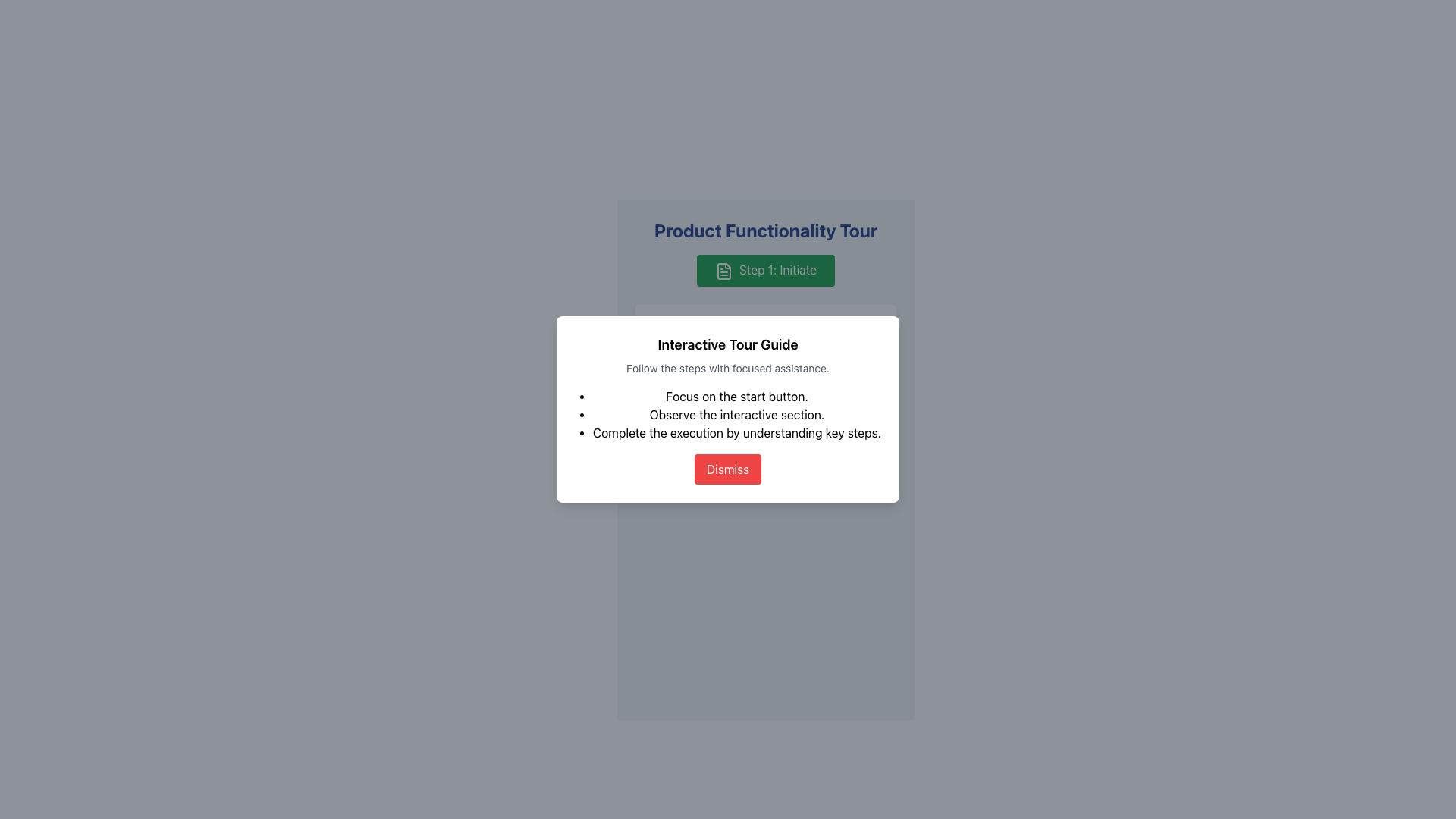 This screenshot has width=1456, height=819. What do you see at coordinates (728, 468) in the screenshot?
I see `the red 'Dismiss' button with white text at the bottom of the 'Interactive Tour Guide' dialog` at bounding box center [728, 468].